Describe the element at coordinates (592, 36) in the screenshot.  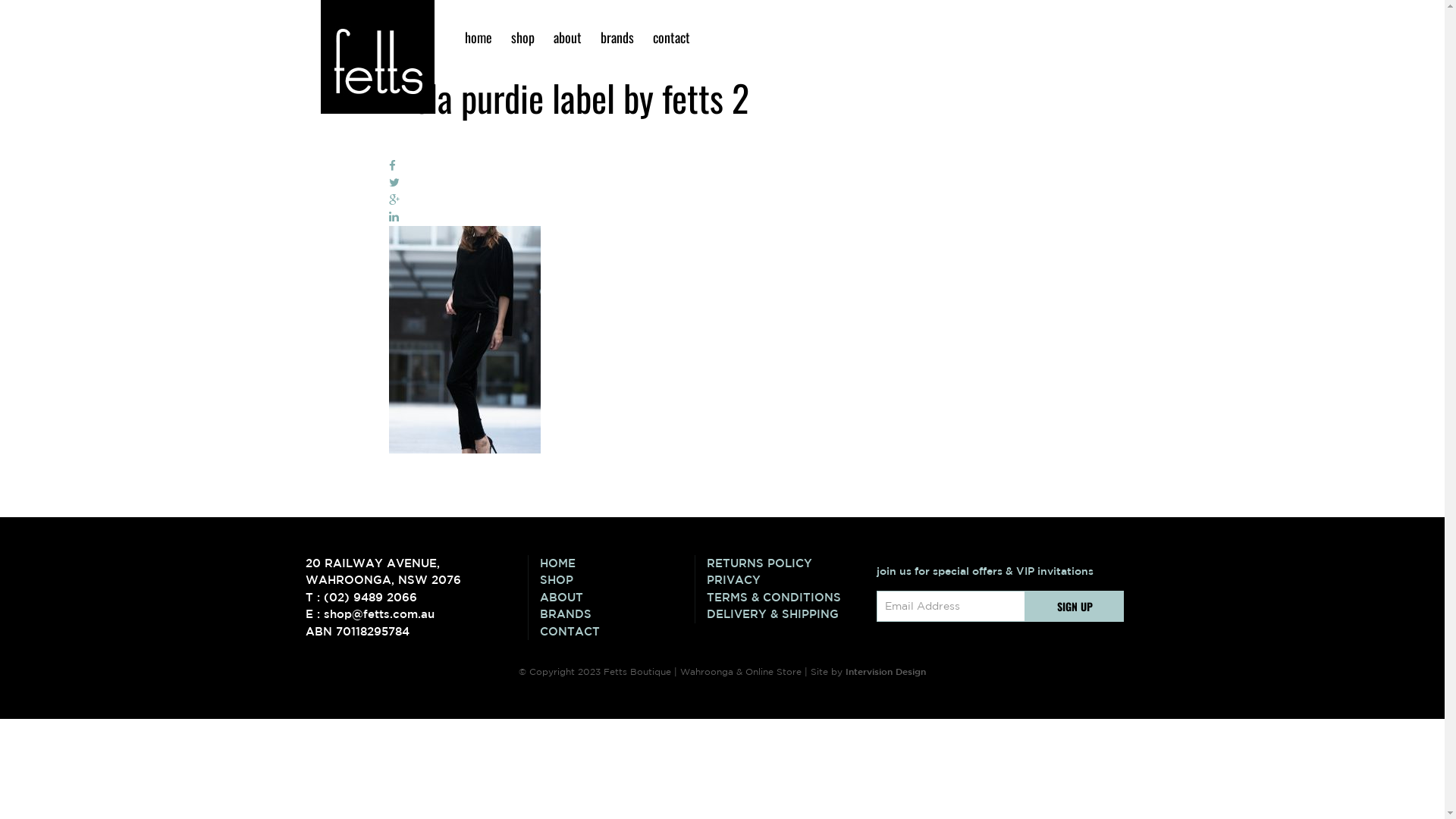
I see `'brands'` at that location.